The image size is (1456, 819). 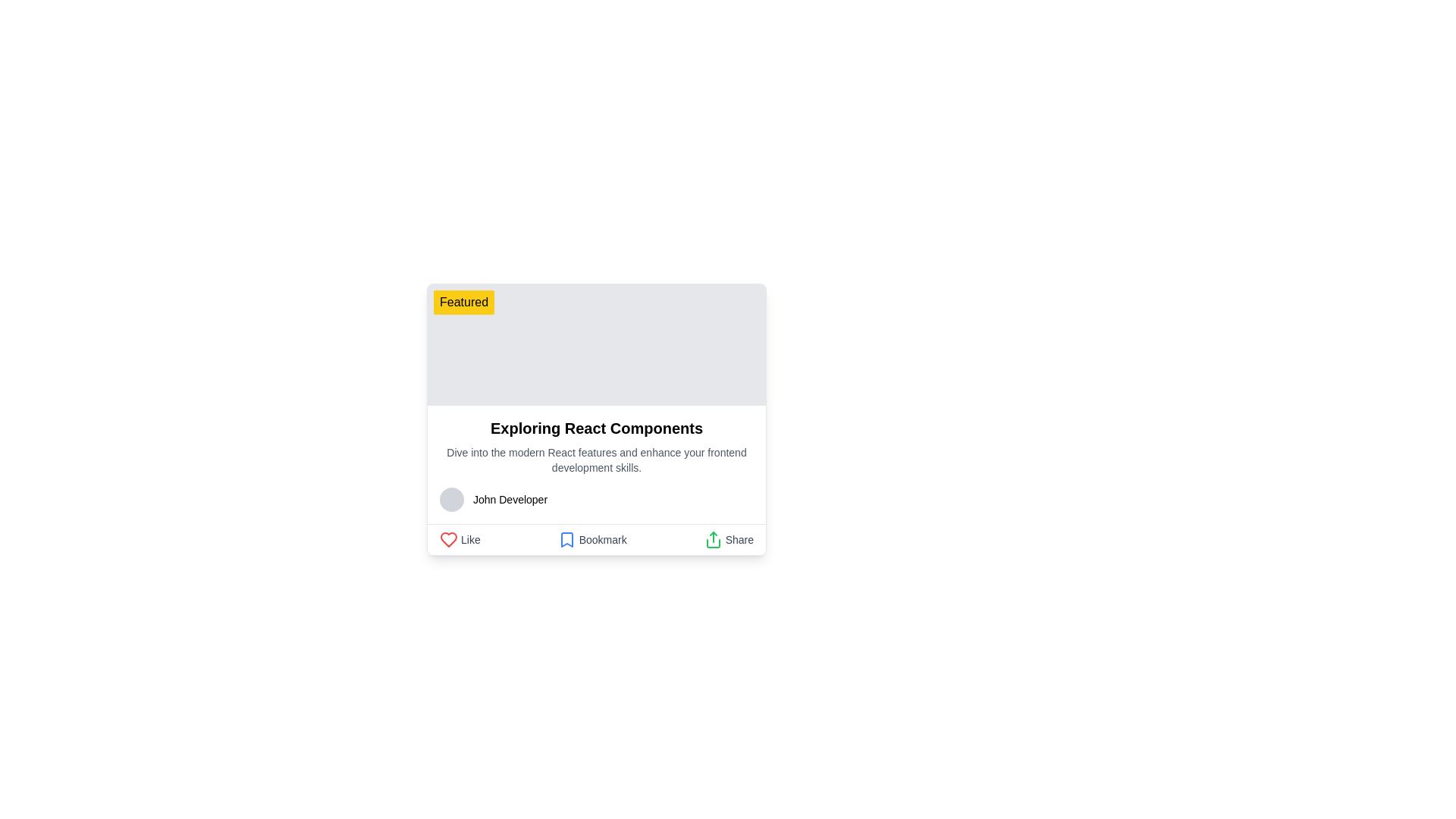 I want to click on the Text Label displaying the name 'John Developer', which identifies the content's author and is located near interactive elements like 'Like', 'Bookmark', and 'Share', so click(x=510, y=500).